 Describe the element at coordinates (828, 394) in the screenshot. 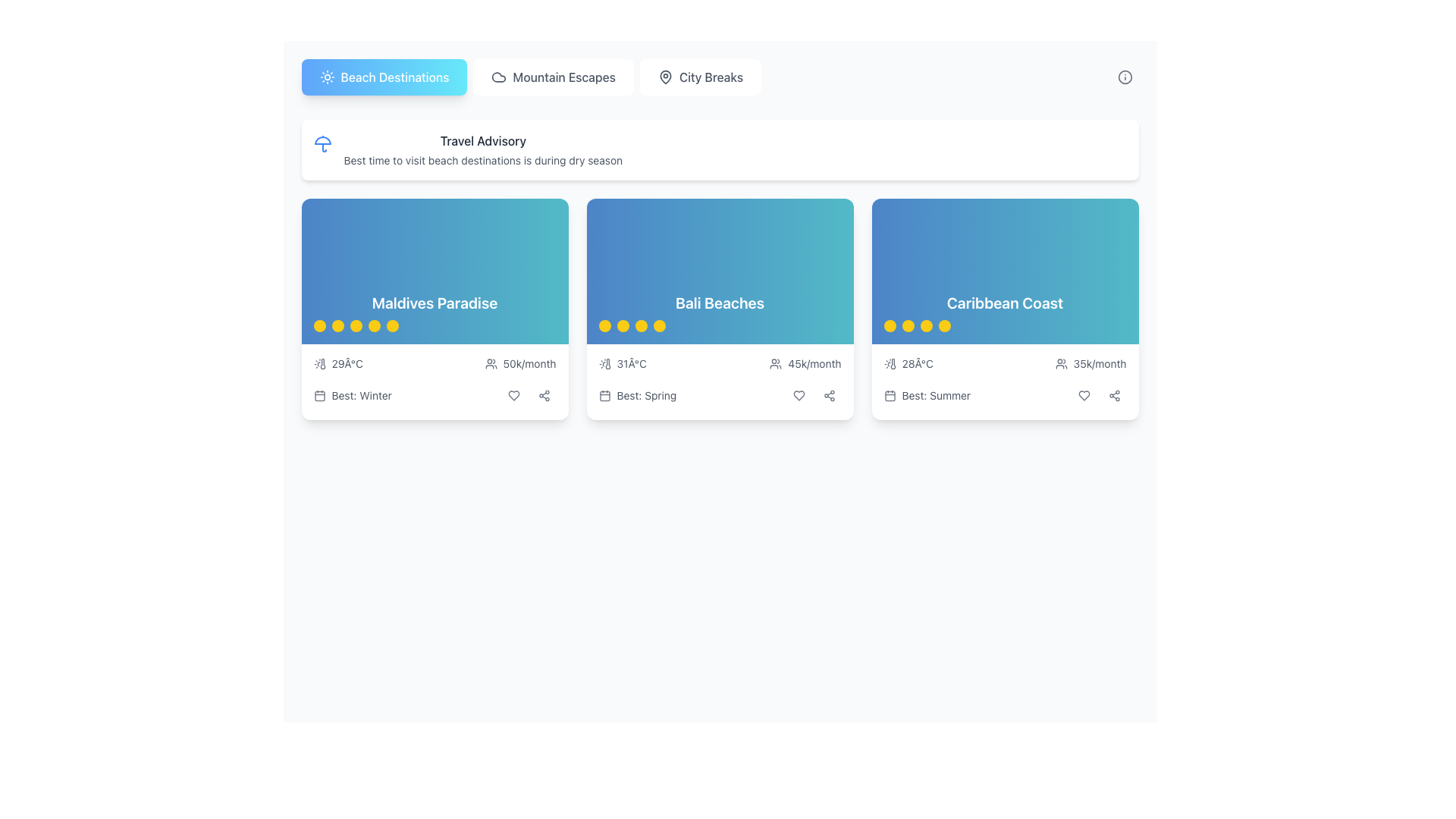

I see `the 'Share' button located at the bottom-right corner of the 'Bali Beaches' card` at that location.